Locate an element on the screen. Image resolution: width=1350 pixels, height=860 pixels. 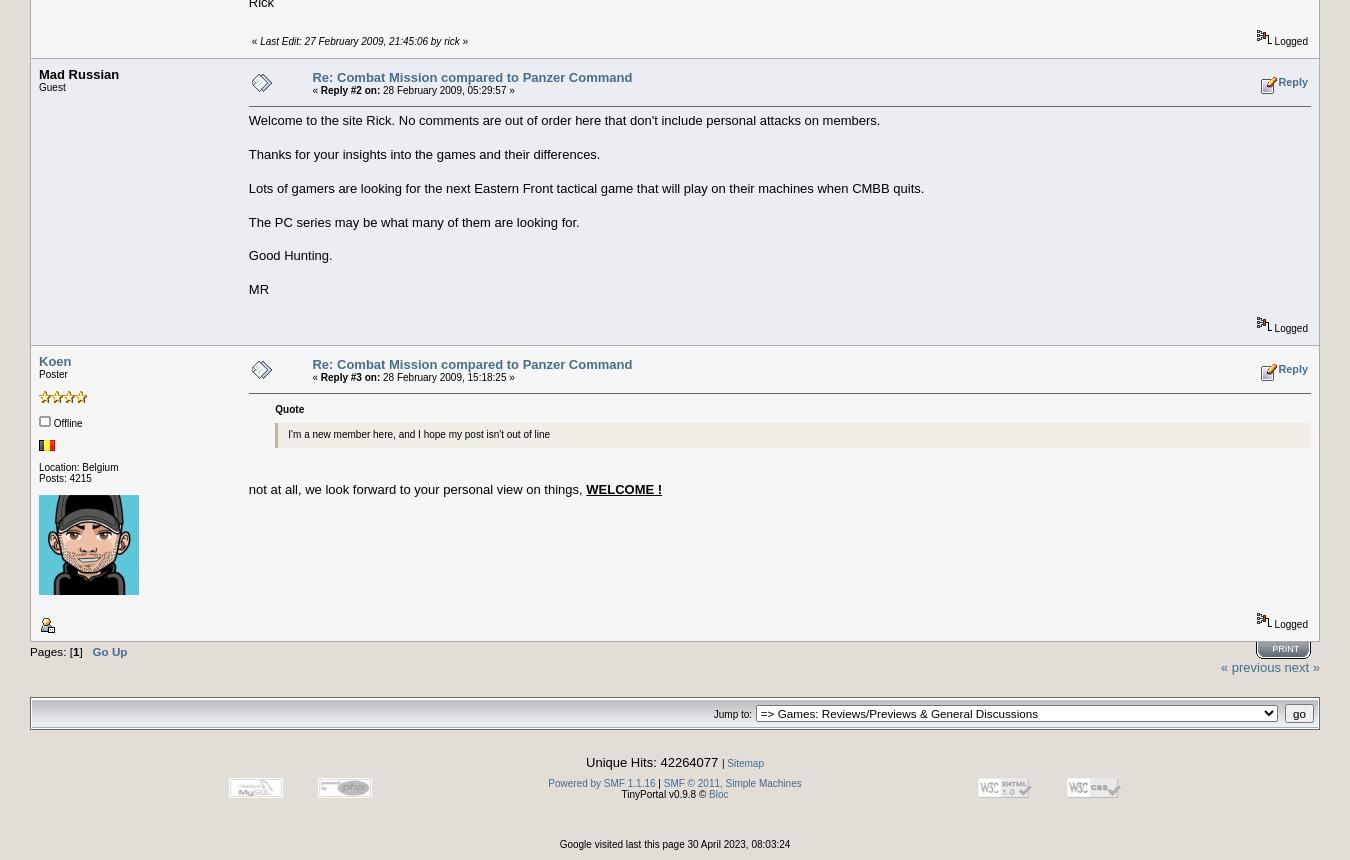
'Pages: [' is located at coordinates (50, 650).